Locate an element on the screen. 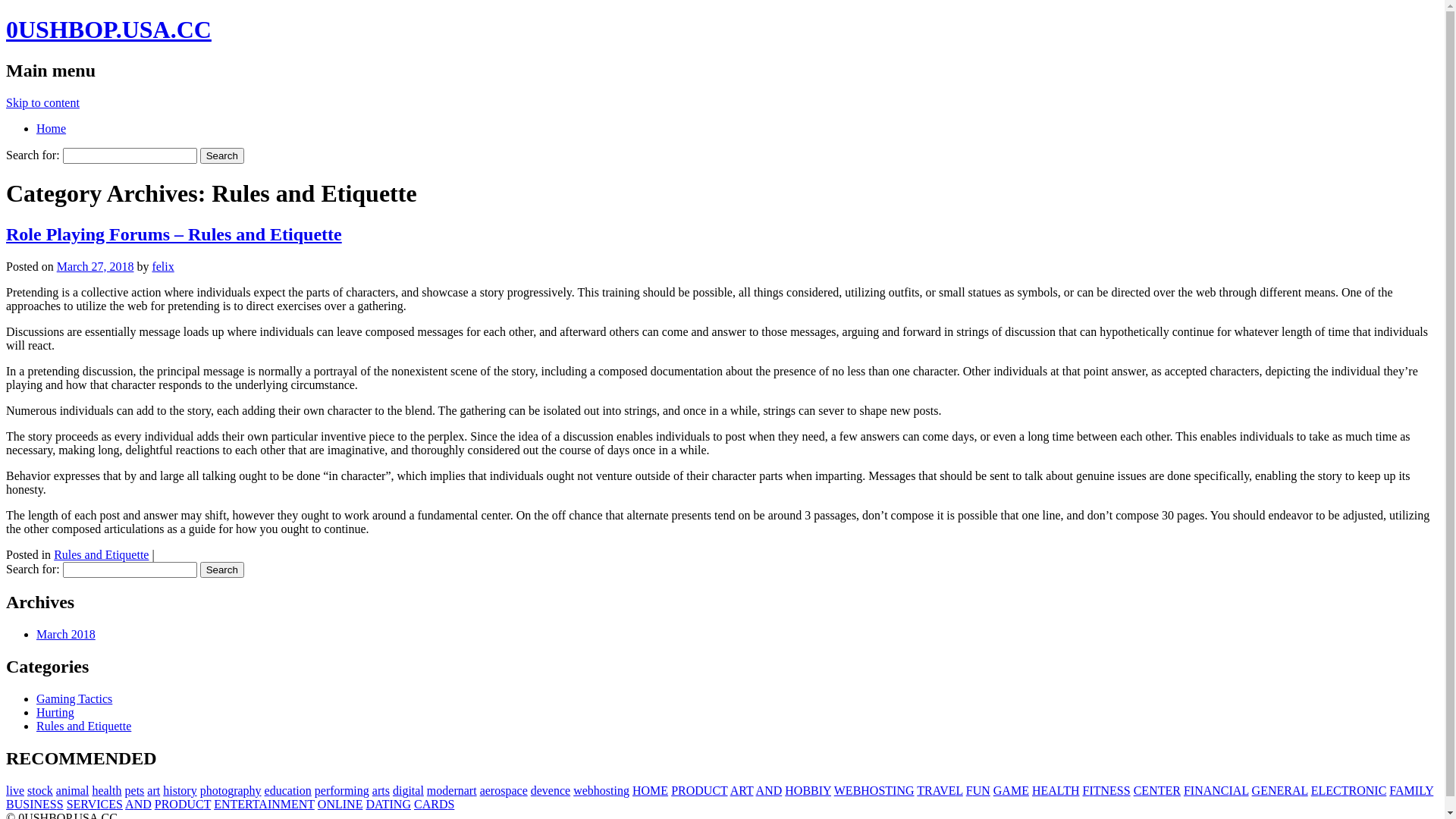  'r' is located at coordinates (327, 789).